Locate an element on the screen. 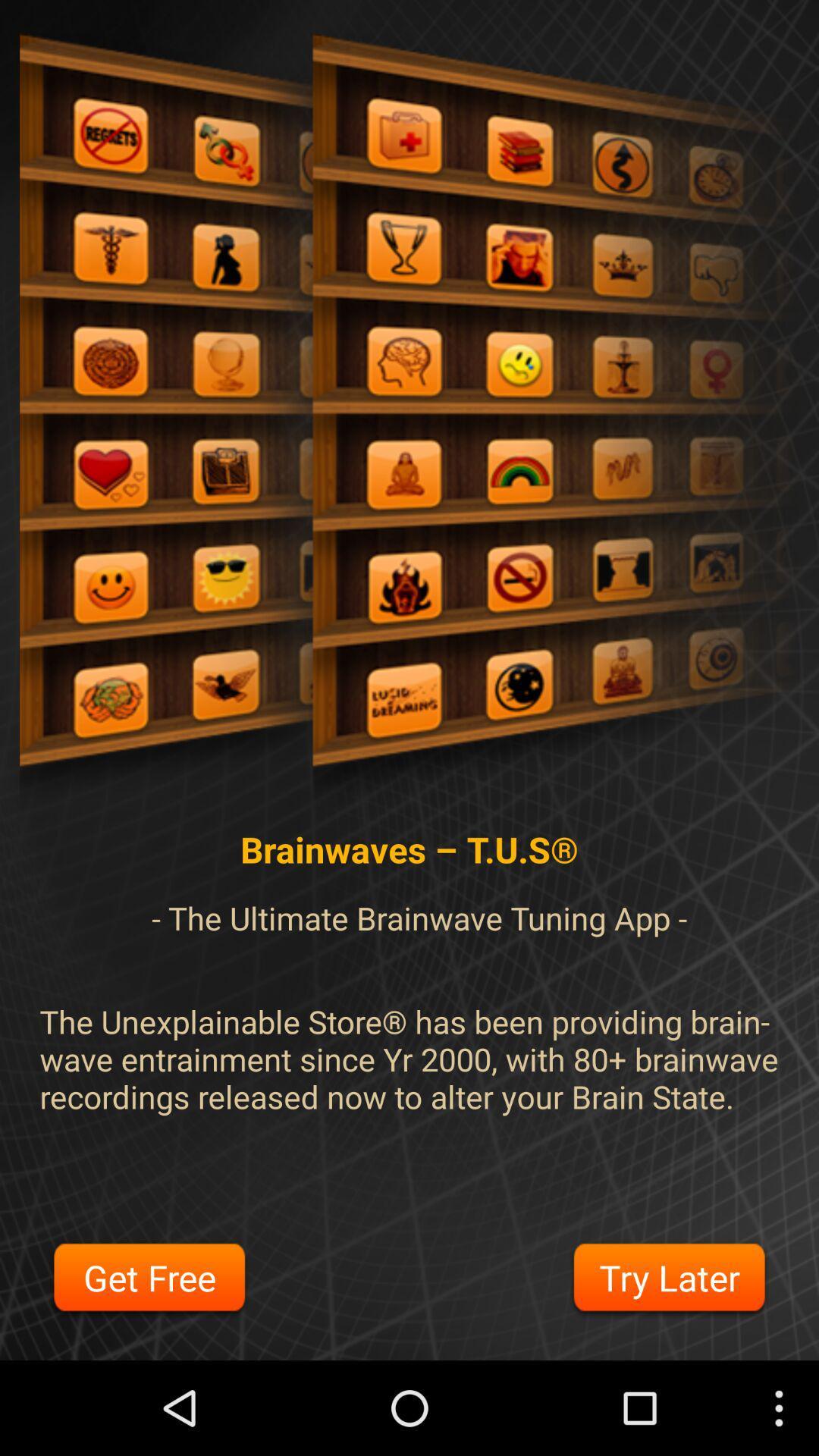 The width and height of the screenshot is (819, 1456). the item next to the try later button is located at coordinates (149, 1280).